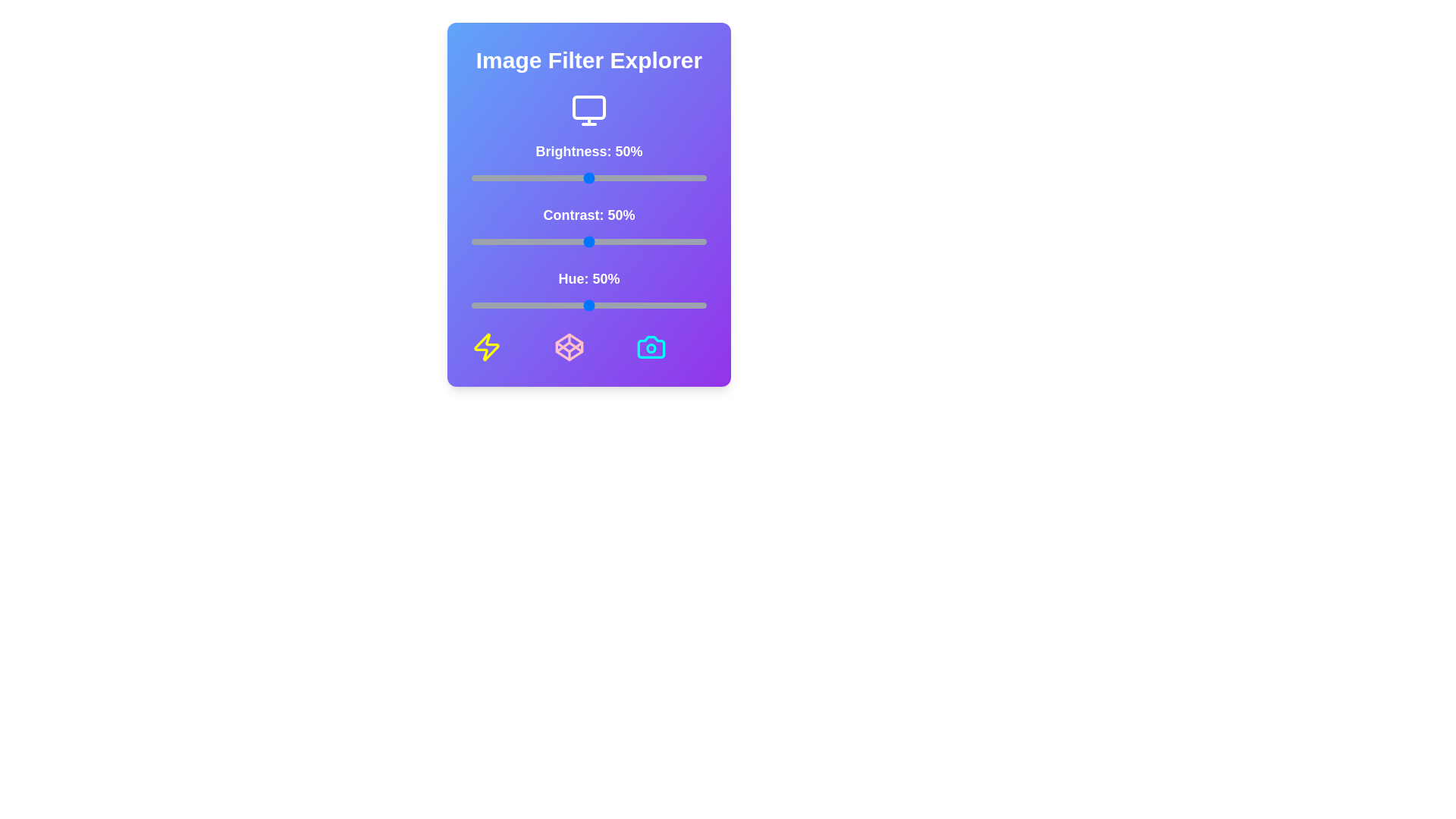 Image resolution: width=1456 pixels, height=819 pixels. What do you see at coordinates (651, 347) in the screenshot?
I see `the camera icon` at bounding box center [651, 347].